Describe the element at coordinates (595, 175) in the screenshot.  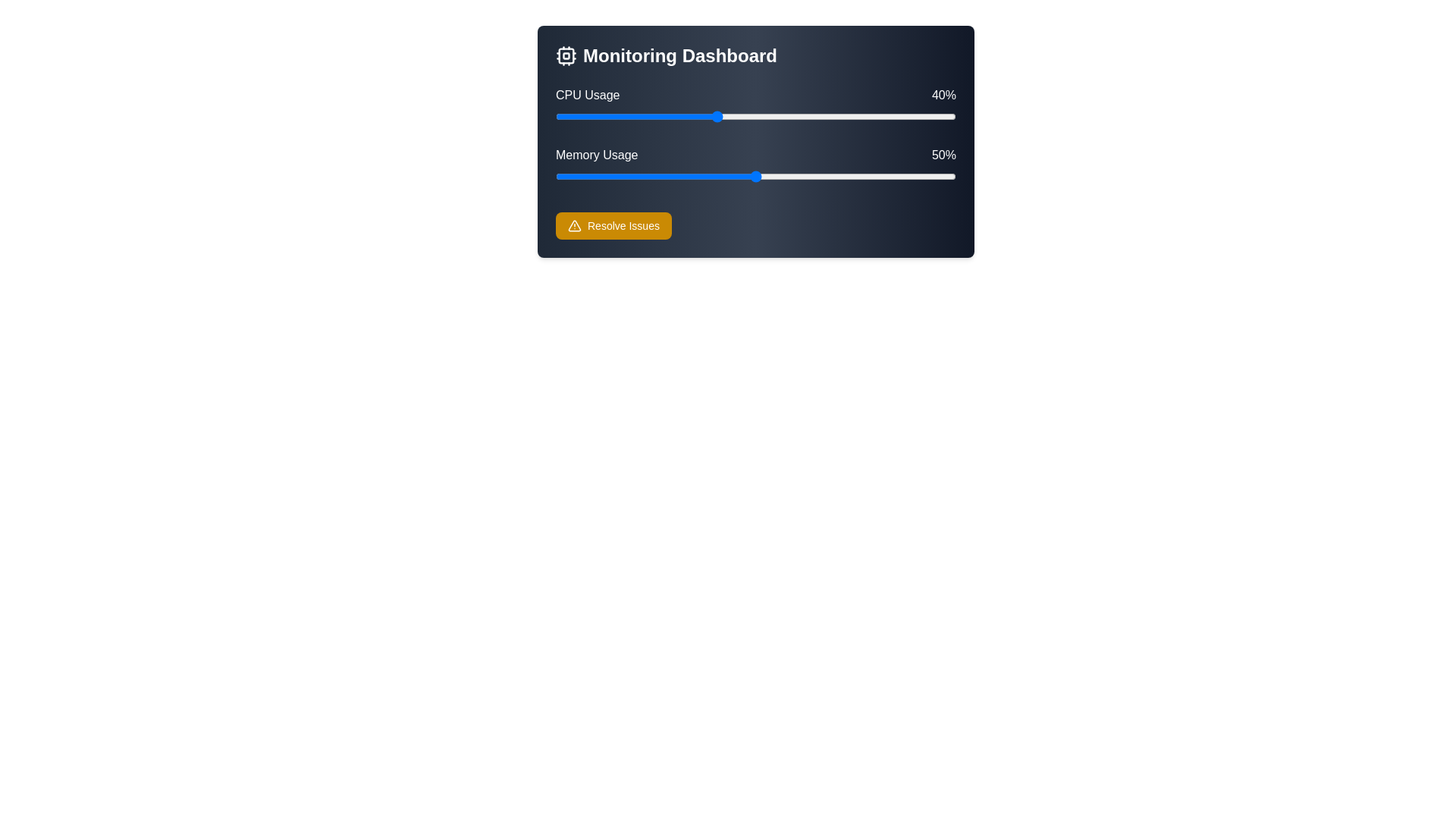
I see `Memory Usage` at that location.